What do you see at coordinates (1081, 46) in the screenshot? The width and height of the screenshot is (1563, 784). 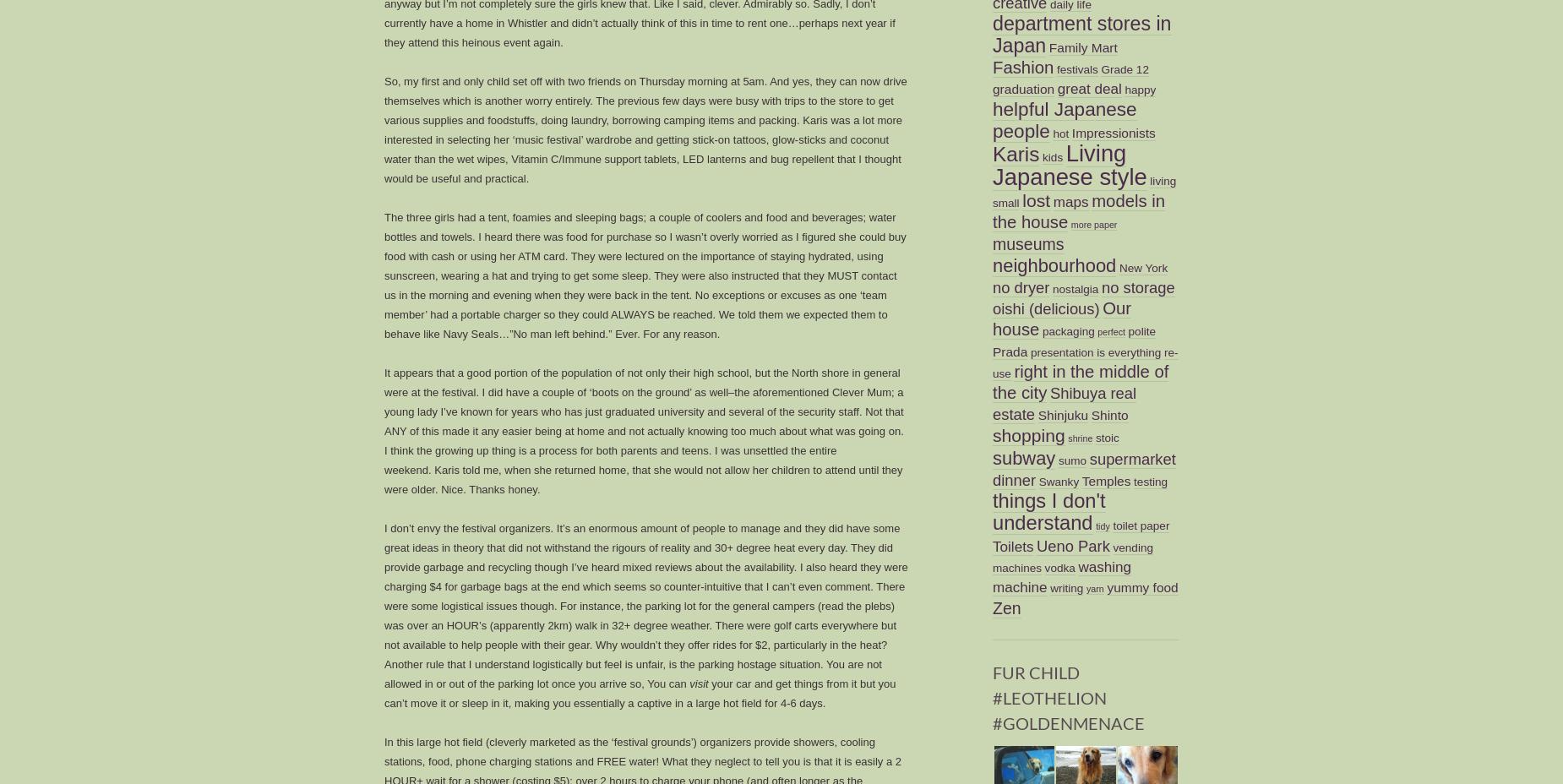 I see `'Family Mart'` at bounding box center [1081, 46].